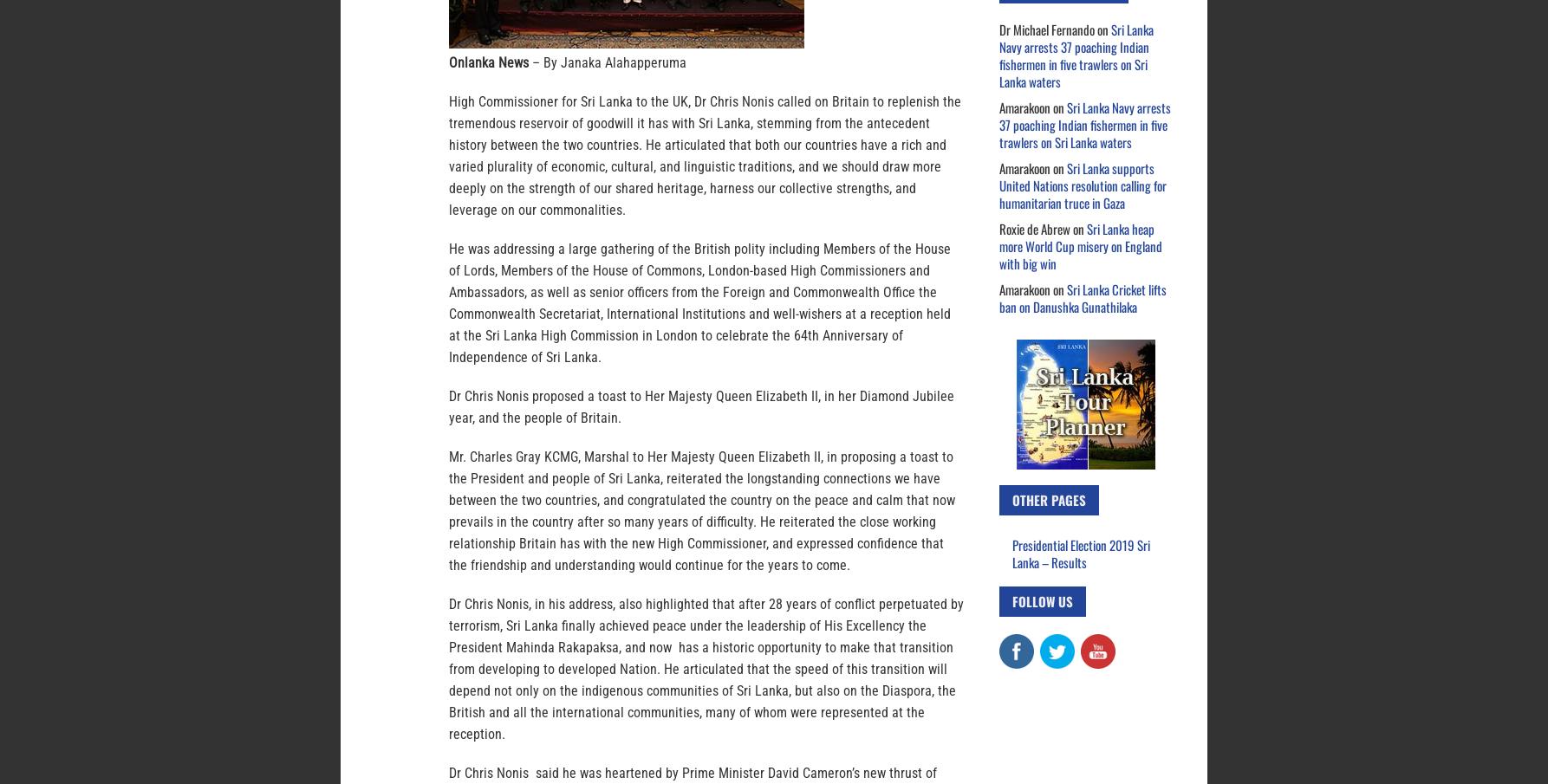 The height and width of the screenshot is (784, 1548). What do you see at coordinates (1083, 185) in the screenshot?
I see `'Sri Lanka supports United Nations resolution calling for humanitarian truce in Gaza'` at bounding box center [1083, 185].